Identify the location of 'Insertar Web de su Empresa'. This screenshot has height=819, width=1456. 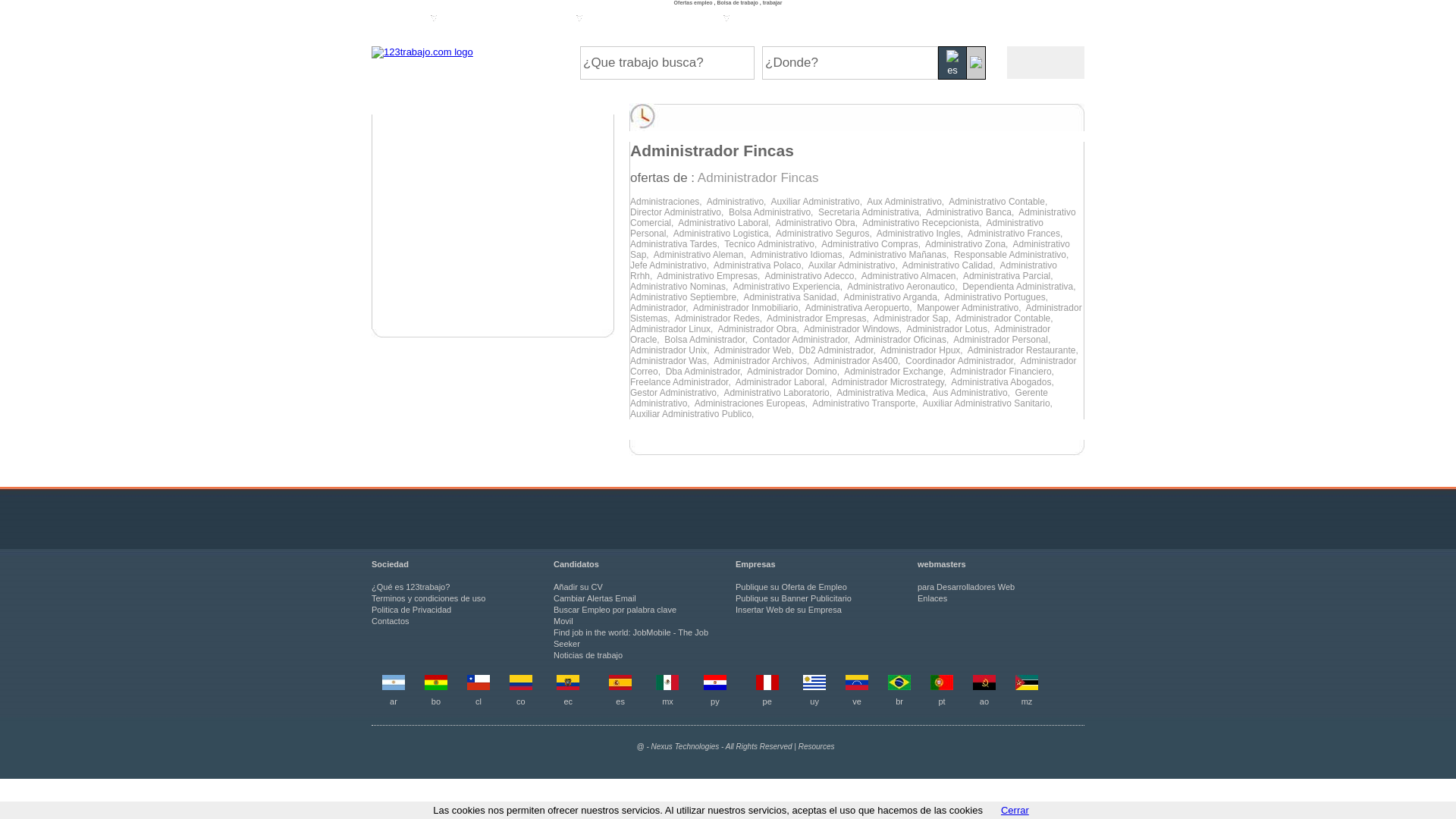
(789, 608).